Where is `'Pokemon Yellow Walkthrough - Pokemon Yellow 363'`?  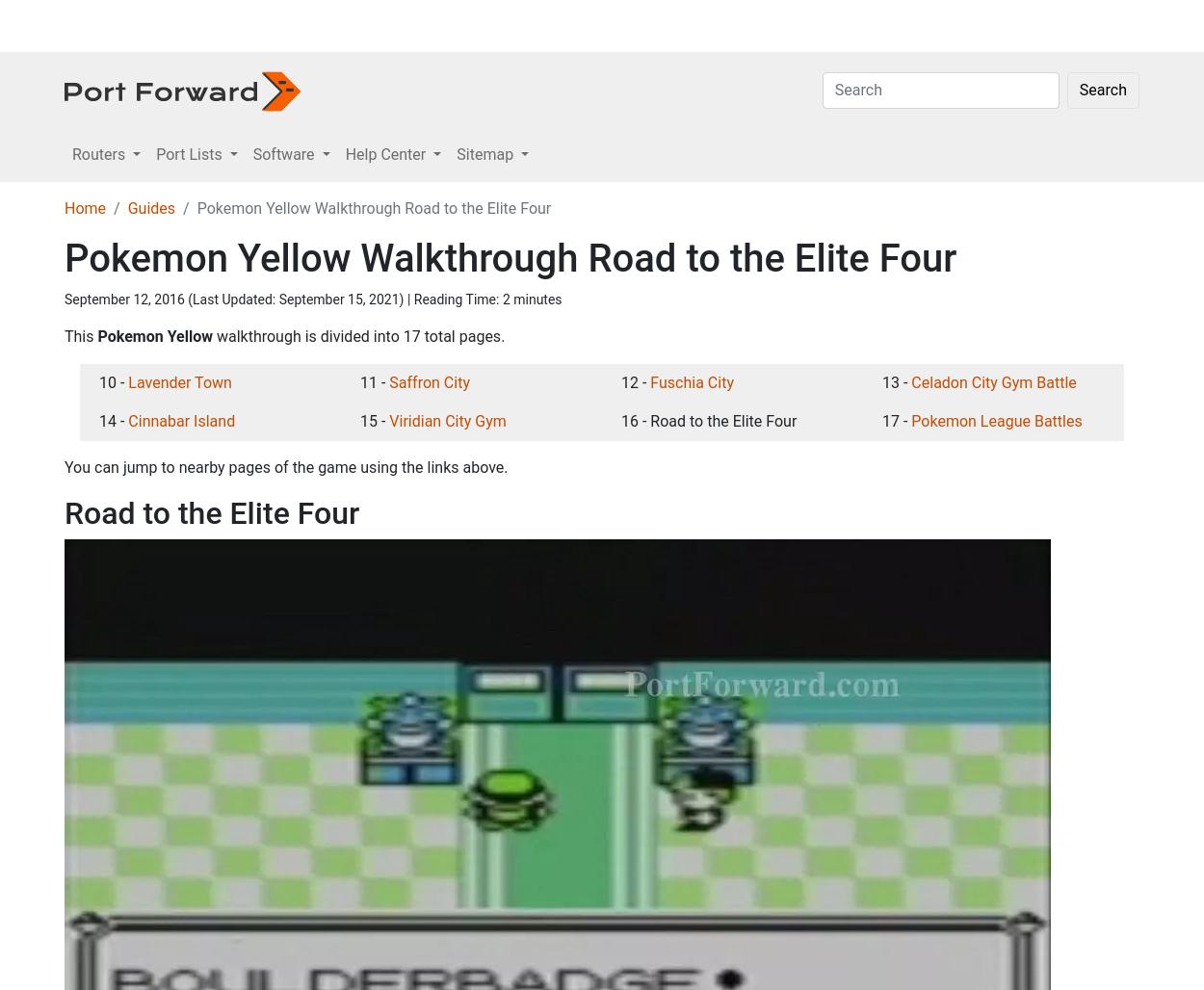
'Pokemon Yellow Walkthrough - Pokemon Yellow 363' is located at coordinates (893, 620).